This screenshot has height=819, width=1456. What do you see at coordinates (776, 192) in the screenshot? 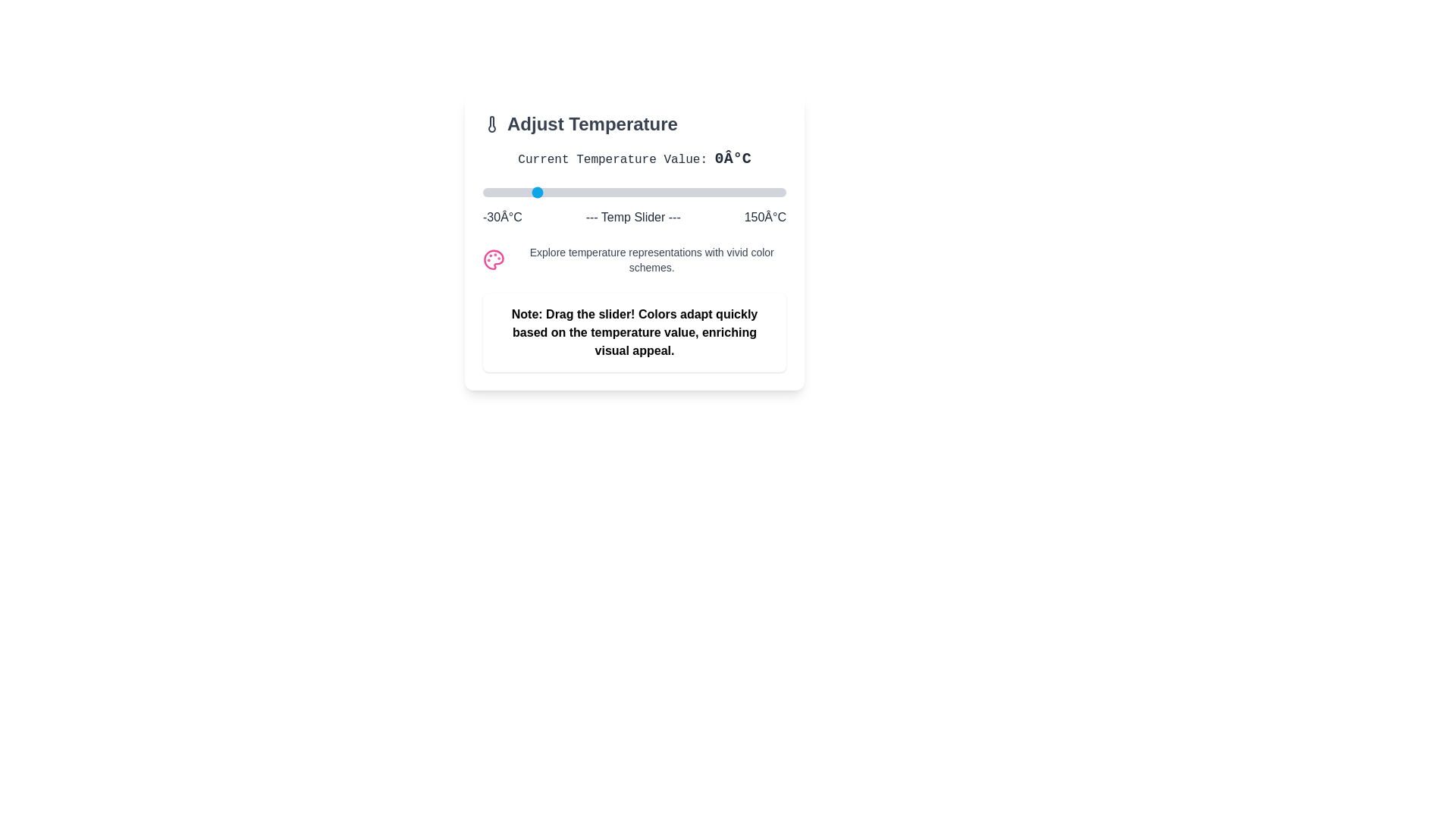
I see `the temperature slider to set the temperature to 144°C` at bounding box center [776, 192].